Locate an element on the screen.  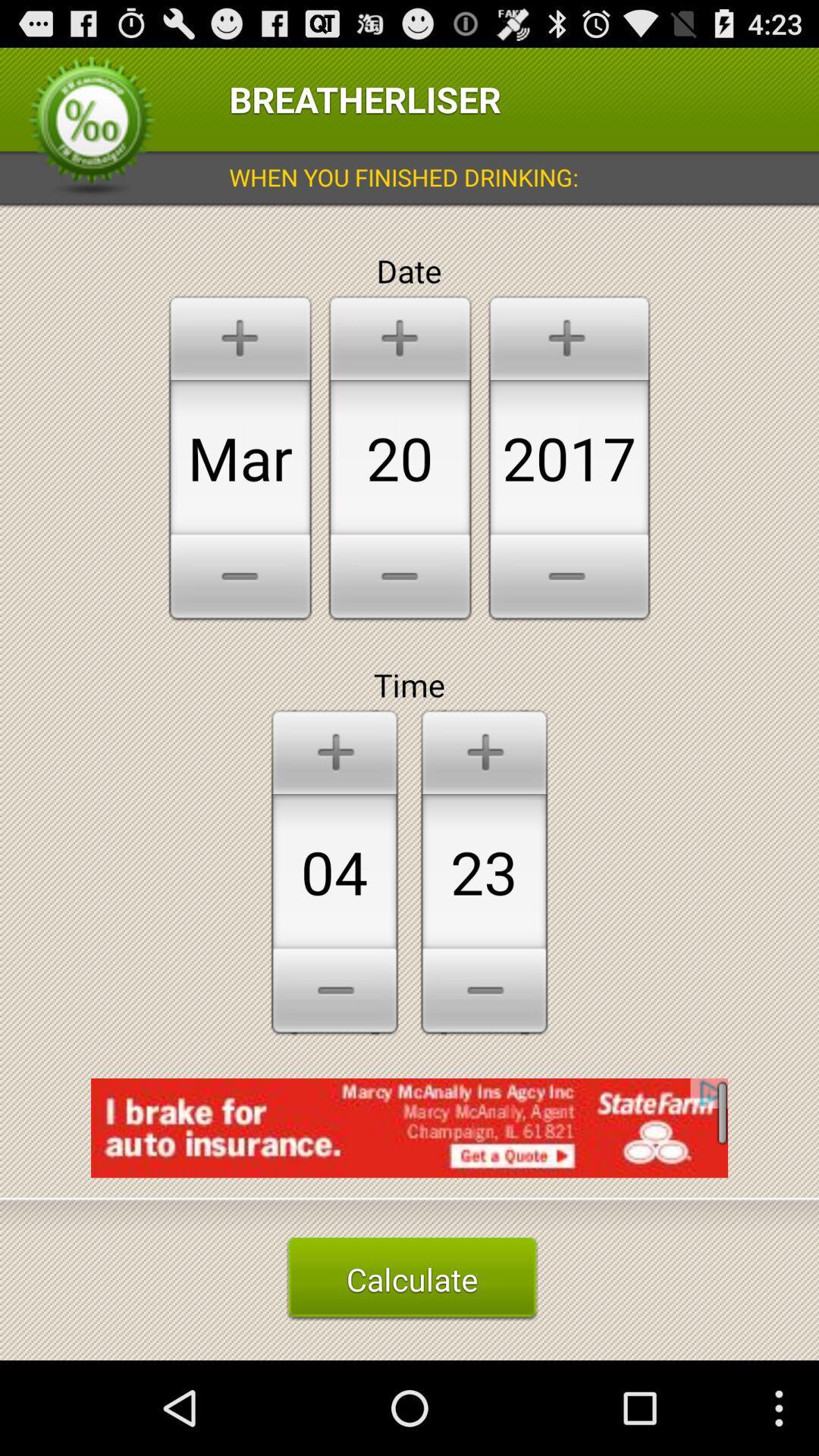
improper tagging is located at coordinates (409, 1138).